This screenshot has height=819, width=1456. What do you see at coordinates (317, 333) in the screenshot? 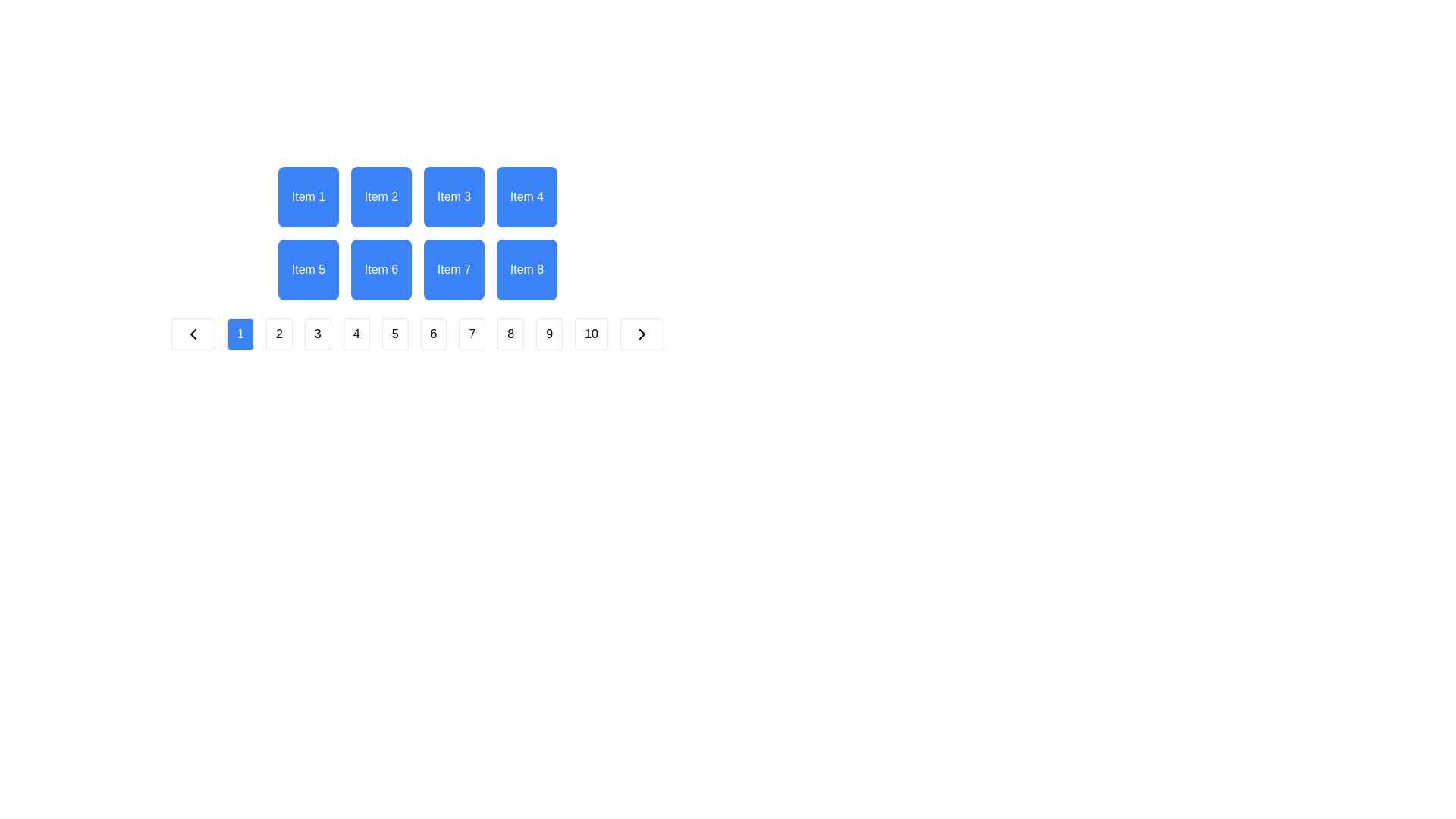
I see `the third pagination button located in the horizontal list, positioned between buttons '2' and '4'` at bounding box center [317, 333].